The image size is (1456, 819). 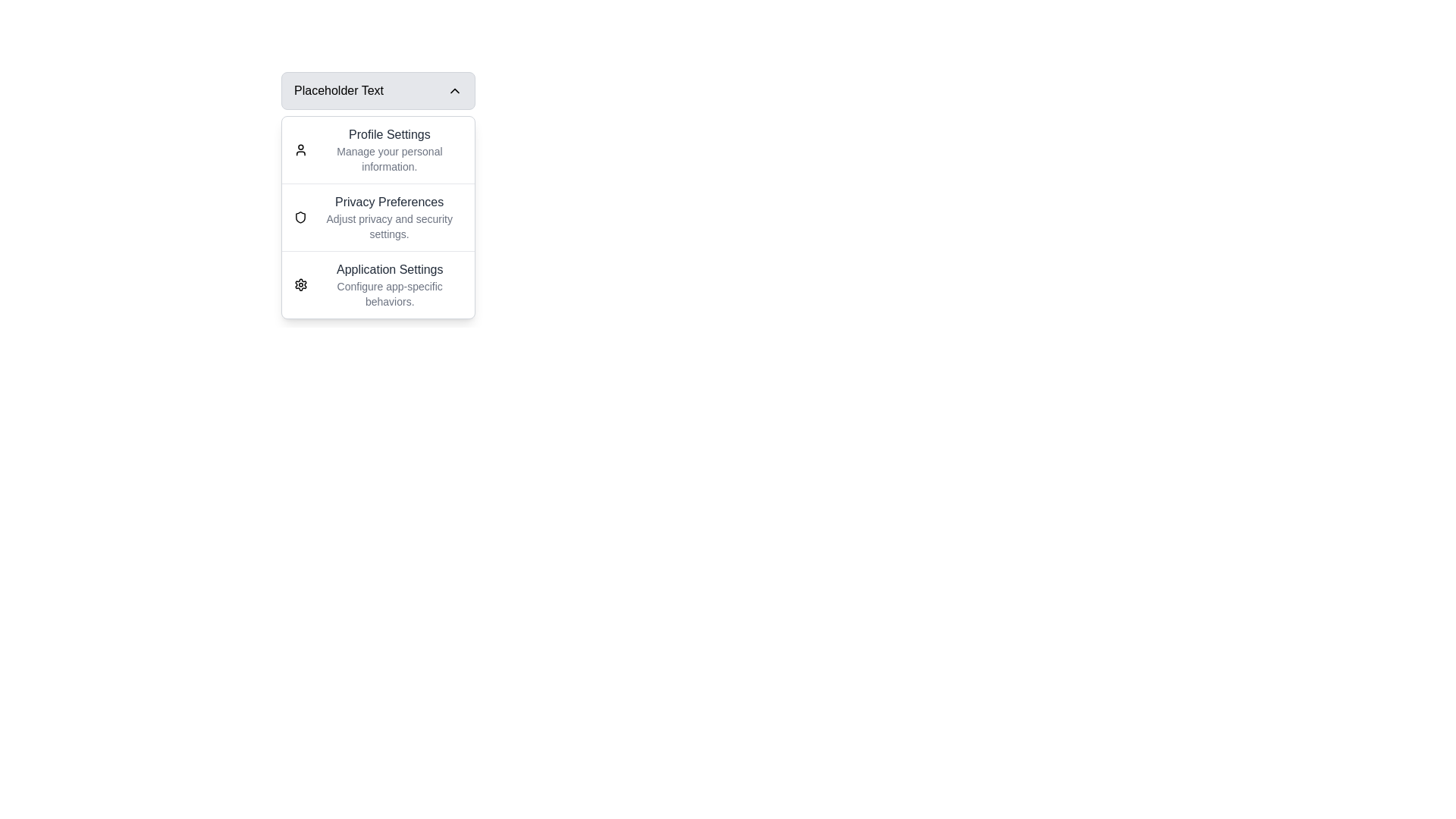 I want to click on the 'Privacy Preferences' menu item, which features a bold header and a shield icon, so click(x=378, y=216).